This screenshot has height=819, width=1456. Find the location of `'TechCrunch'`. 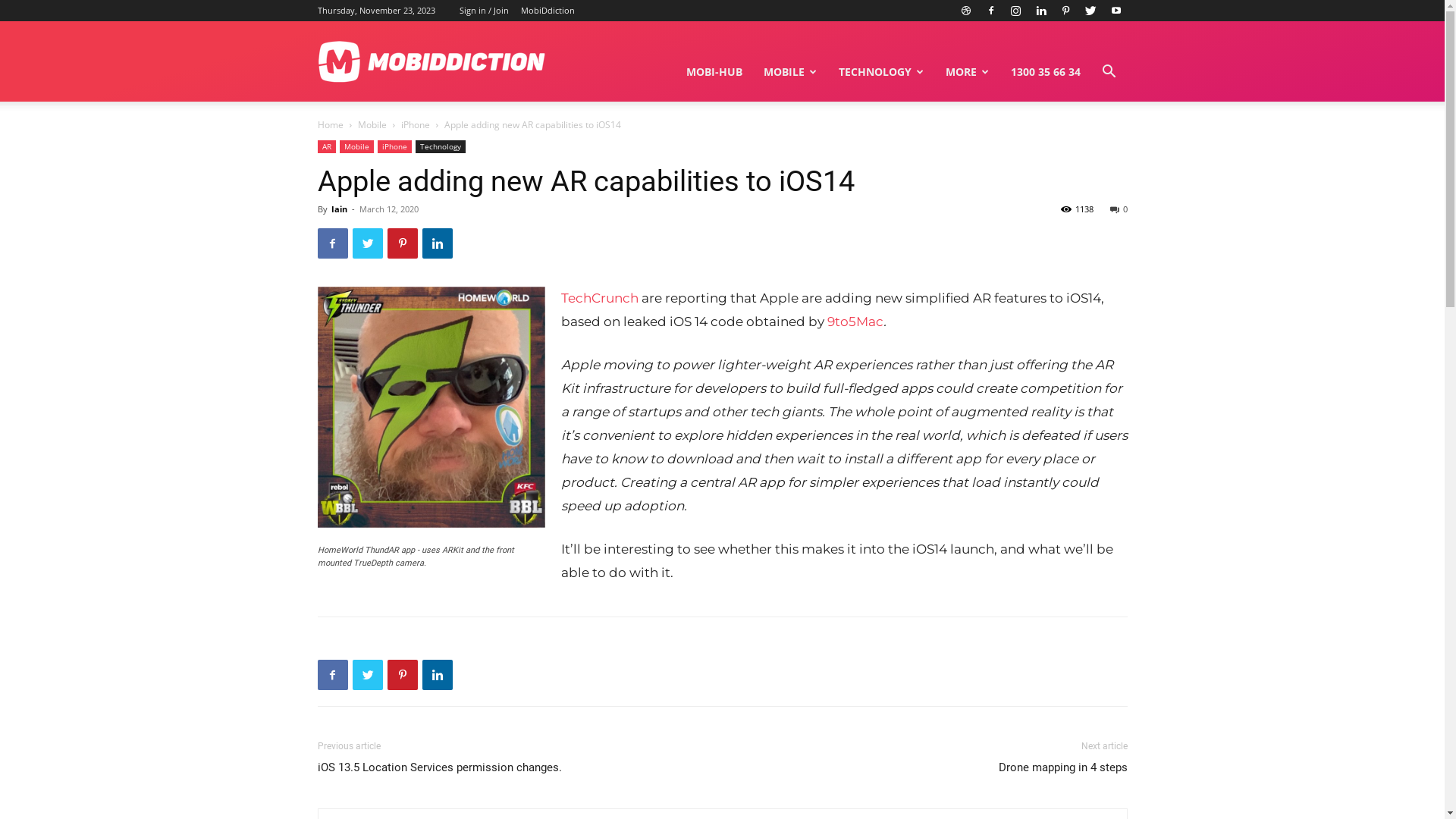

'TechCrunch' is located at coordinates (599, 298).